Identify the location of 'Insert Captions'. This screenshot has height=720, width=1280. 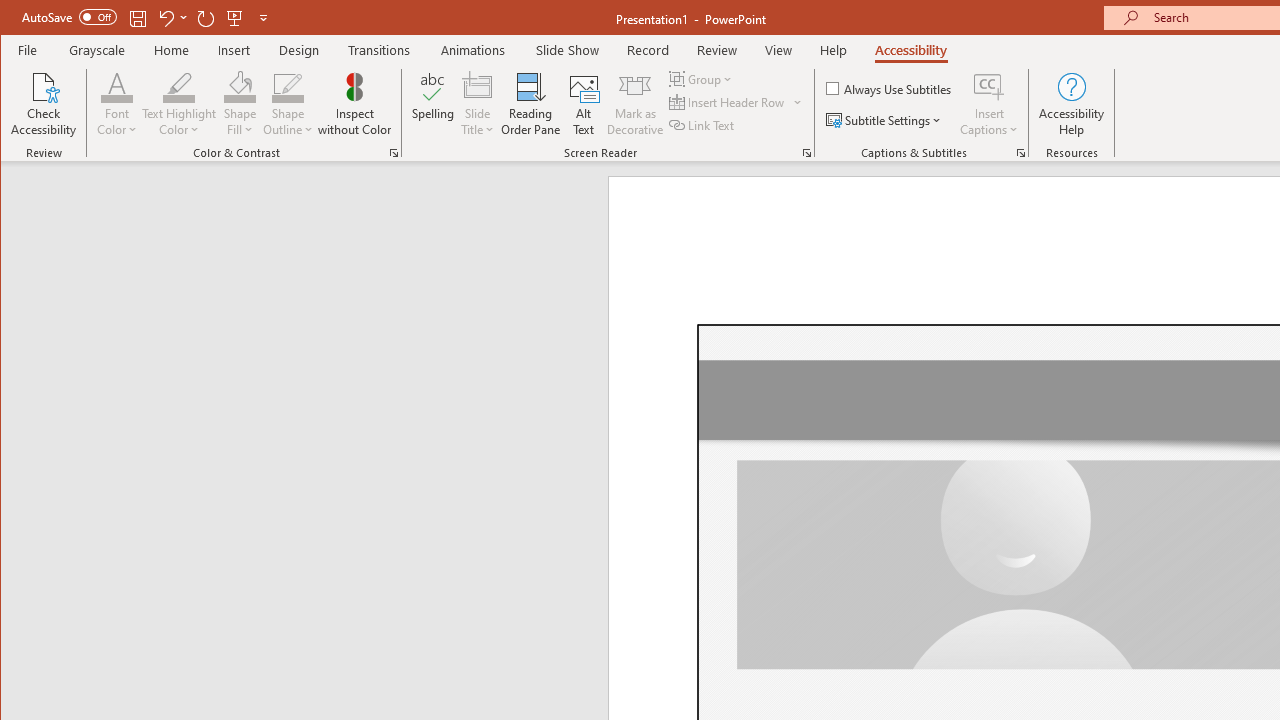
(989, 104).